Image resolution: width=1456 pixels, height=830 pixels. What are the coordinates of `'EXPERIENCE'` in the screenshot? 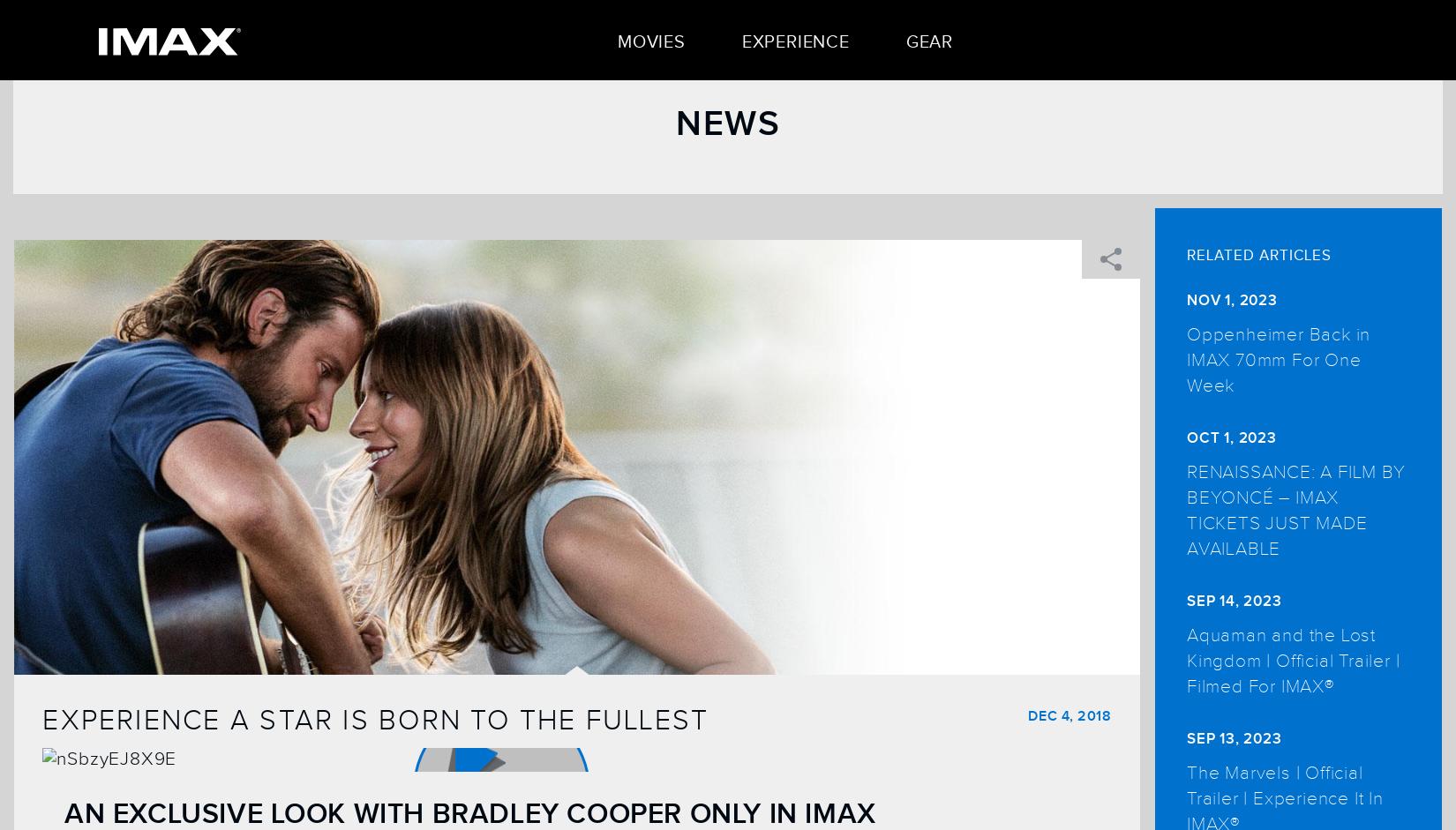 It's located at (795, 41).